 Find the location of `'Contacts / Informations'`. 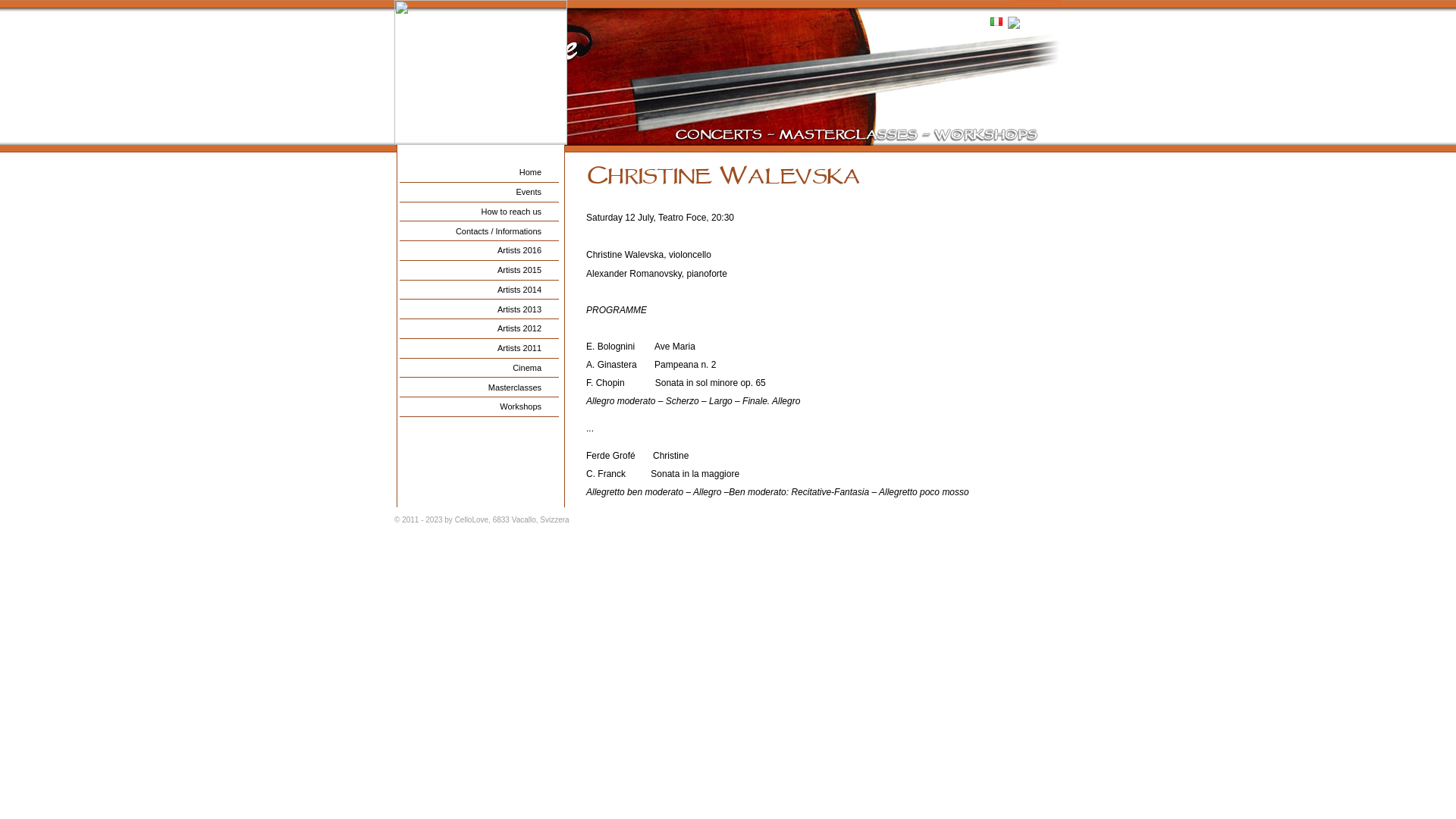

'Contacts / Informations' is located at coordinates (479, 231).